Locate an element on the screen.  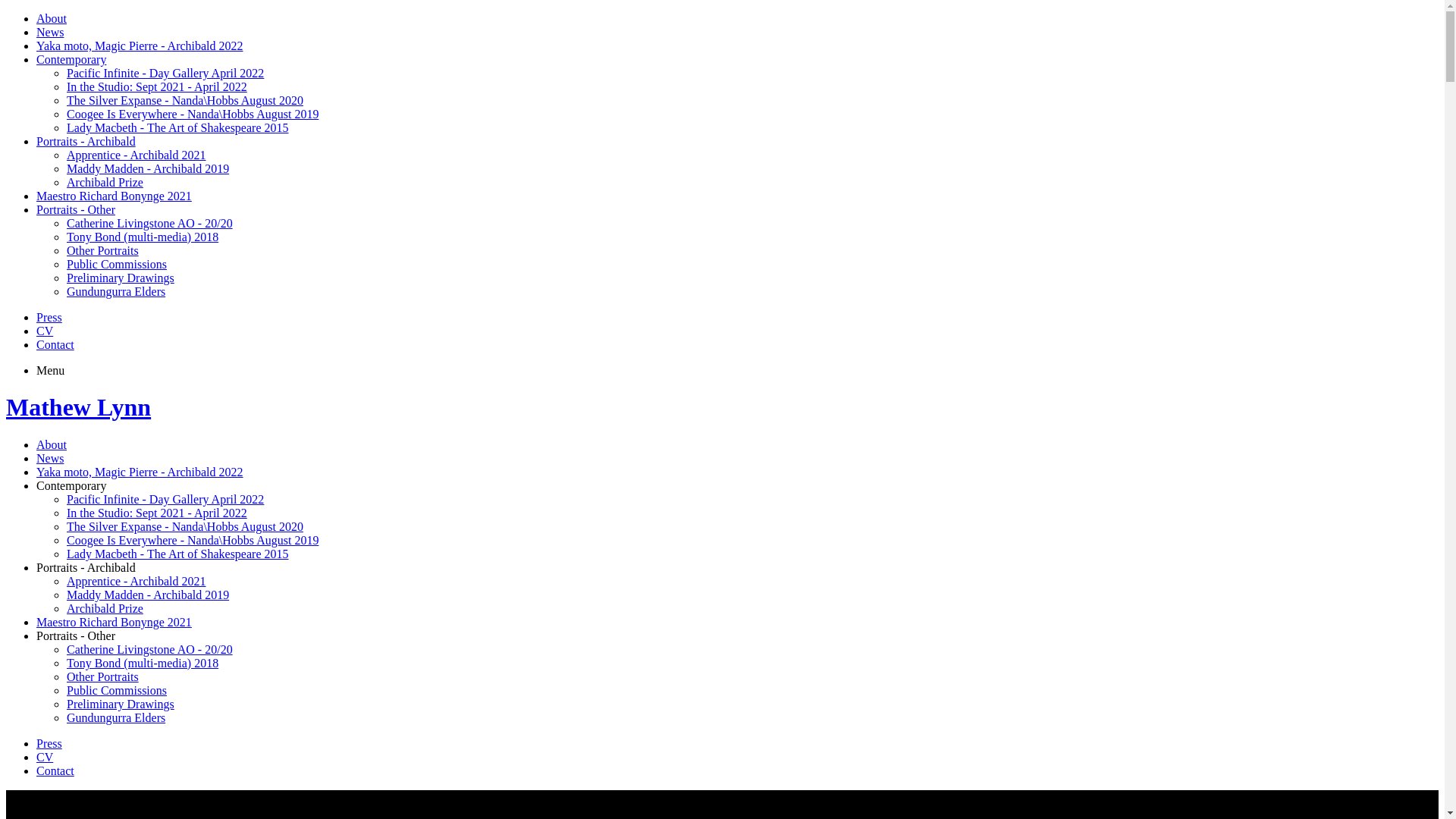
'Public Commissions' is located at coordinates (115, 263).